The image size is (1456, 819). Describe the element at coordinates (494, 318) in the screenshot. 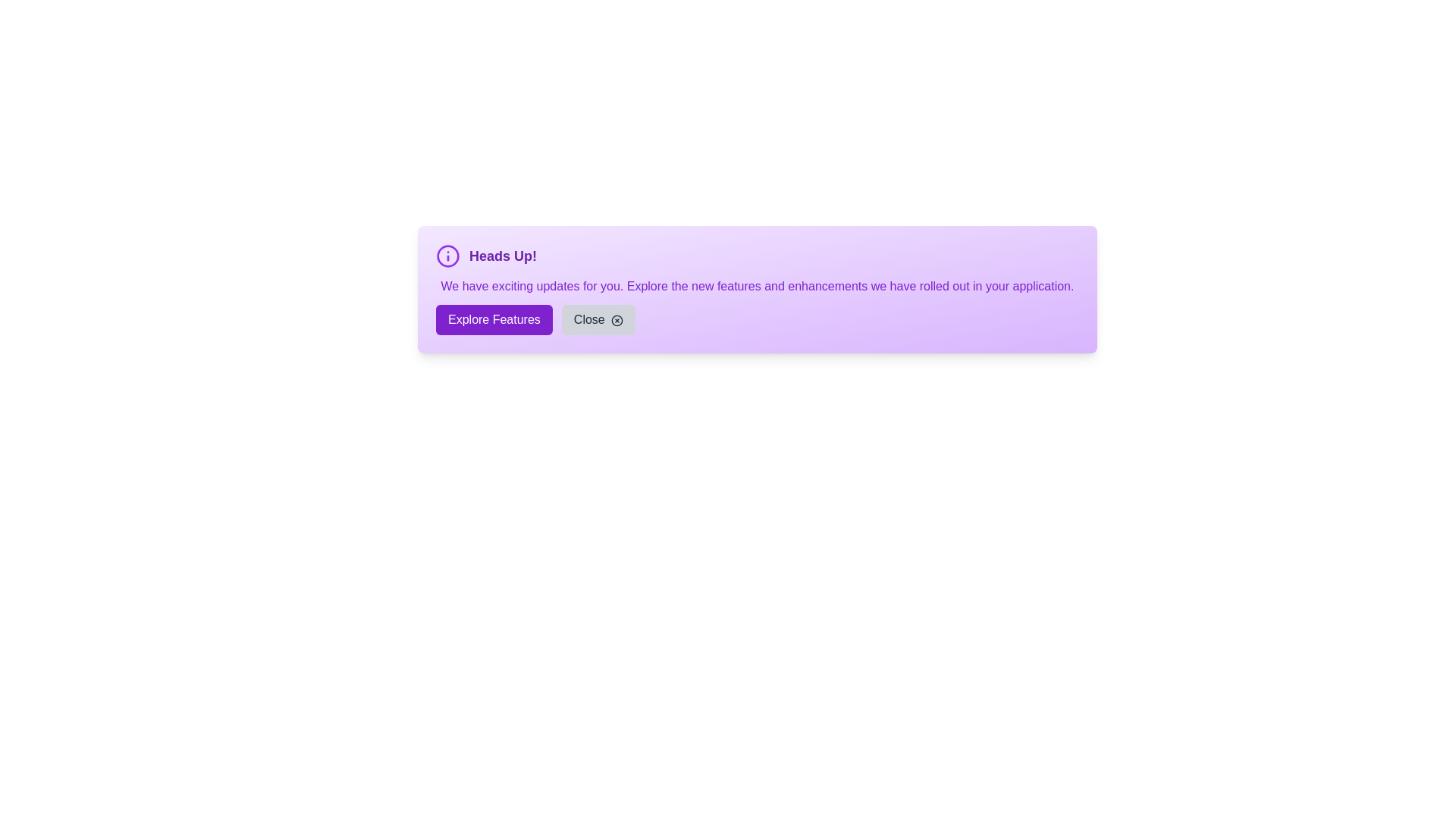

I see `'Explore Features' button to navigate to the features section` at that location.